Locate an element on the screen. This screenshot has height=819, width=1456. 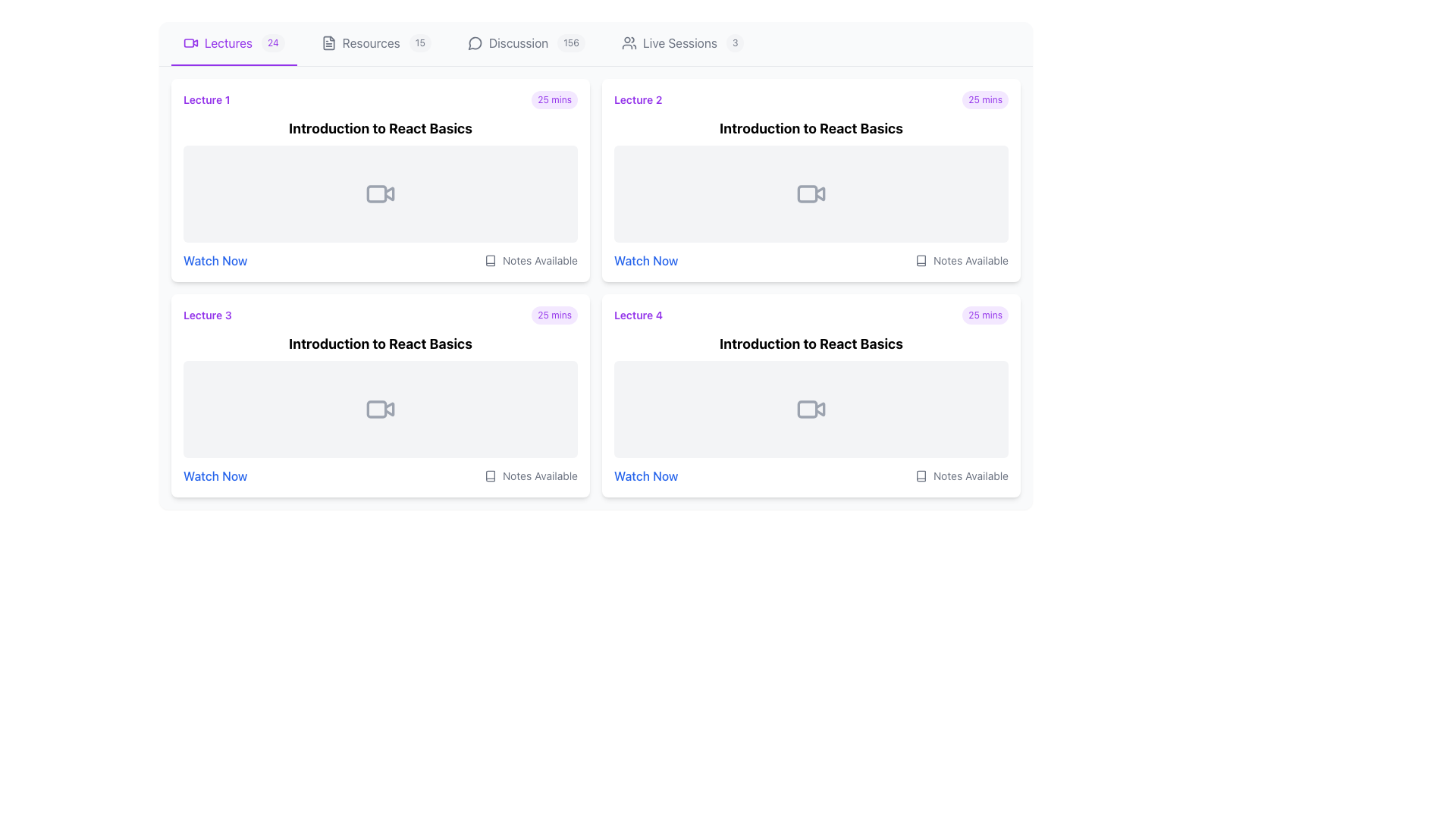
the static text label that serves as the title of the lecture, positioned beneath the 'Lecture 2' identifier and above the video icon is located at coordinates (811, 127).